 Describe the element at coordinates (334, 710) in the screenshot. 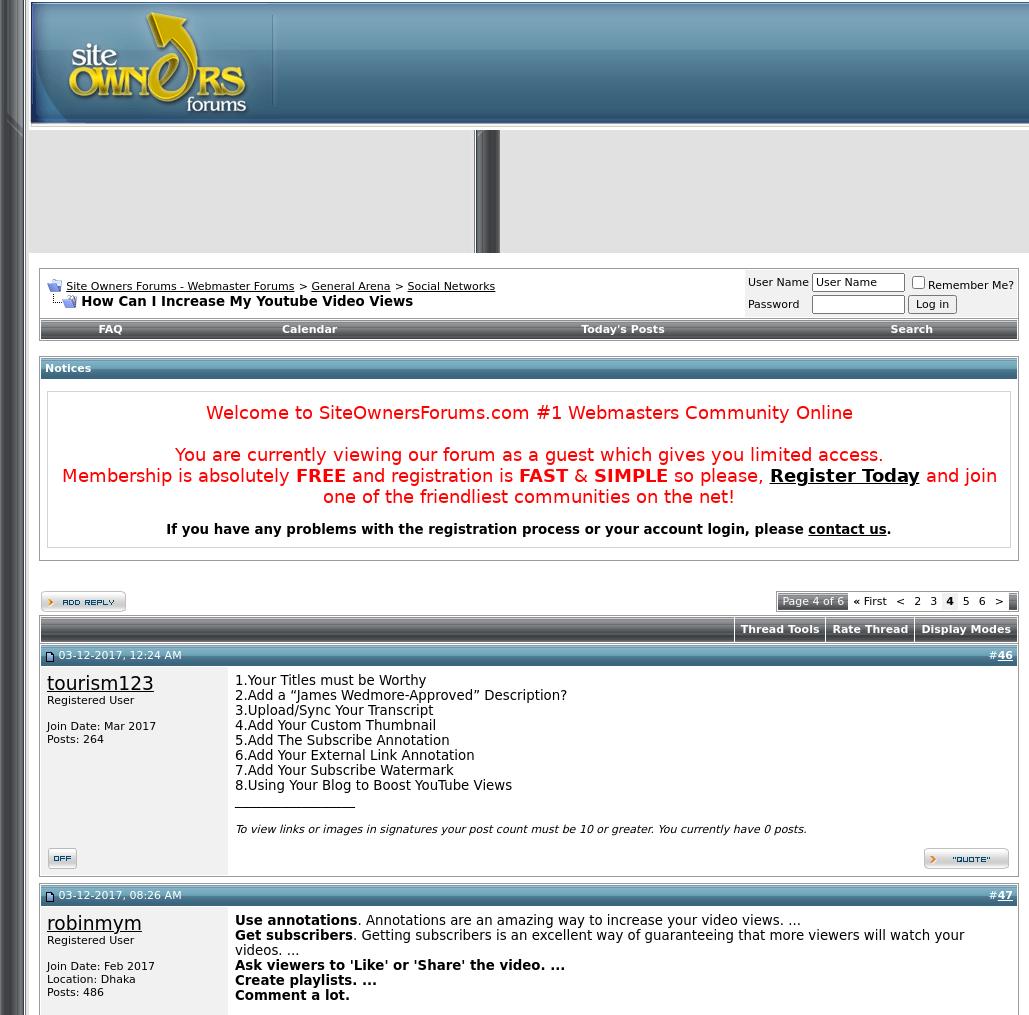

I see `'3.Upload/Sync Your Transcript'` at that location.